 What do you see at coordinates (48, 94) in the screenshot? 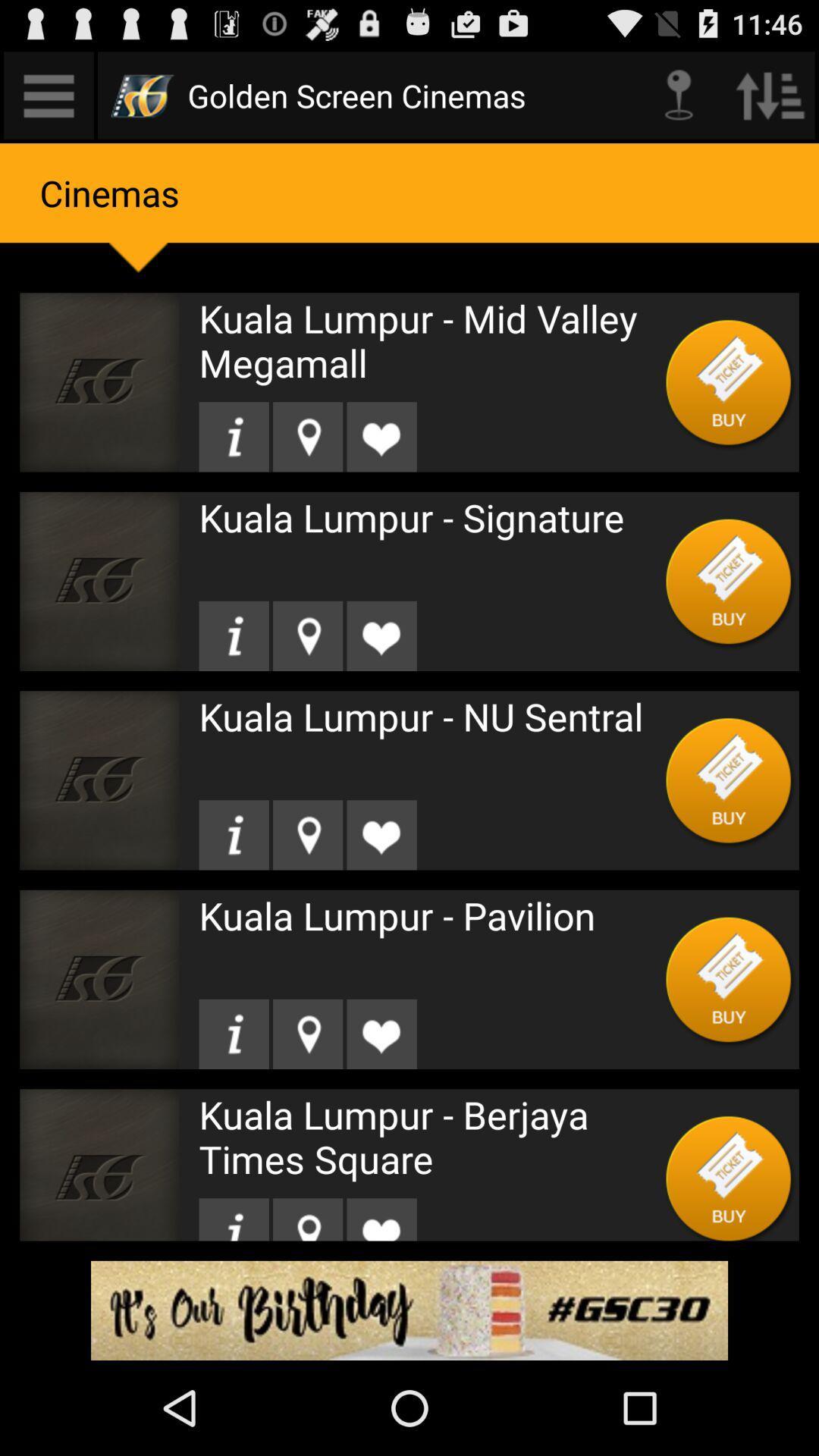
I see `menu option` at bounding box center [48, 94].